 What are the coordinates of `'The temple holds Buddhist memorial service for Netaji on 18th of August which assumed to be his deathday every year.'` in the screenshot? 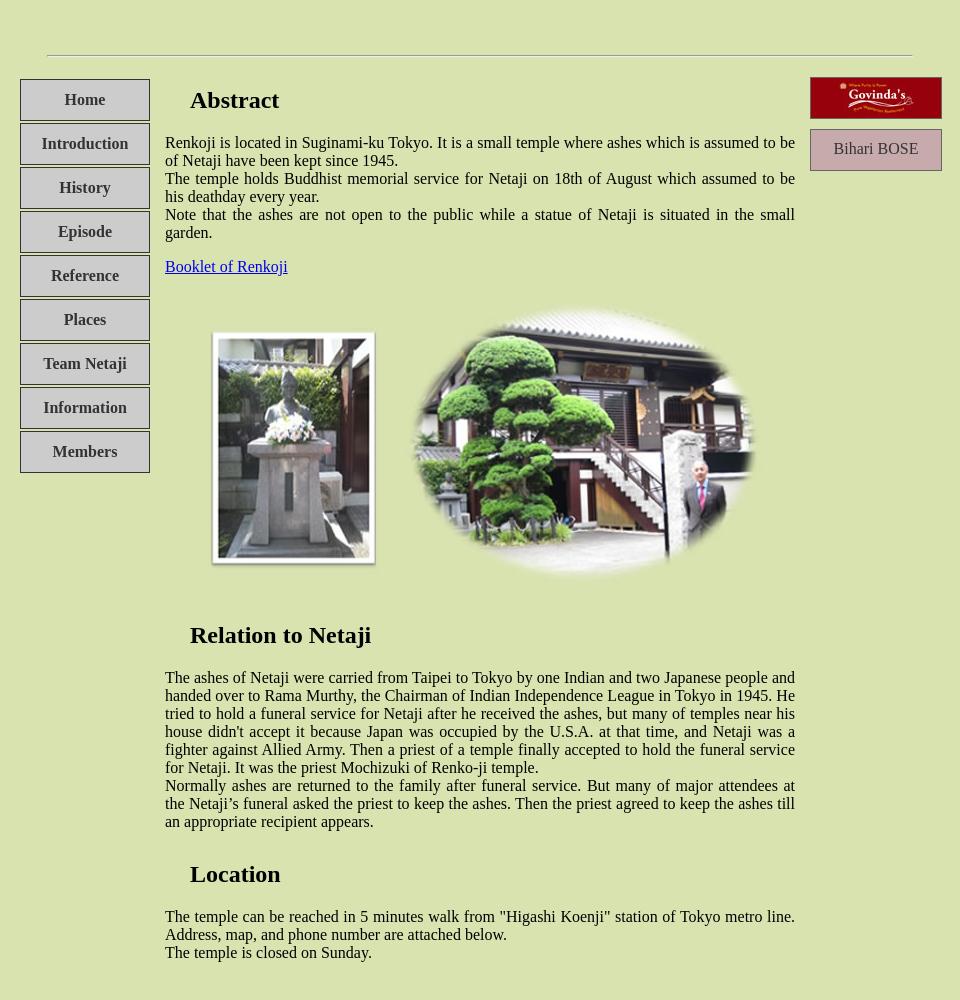 It's located at (480, 186).